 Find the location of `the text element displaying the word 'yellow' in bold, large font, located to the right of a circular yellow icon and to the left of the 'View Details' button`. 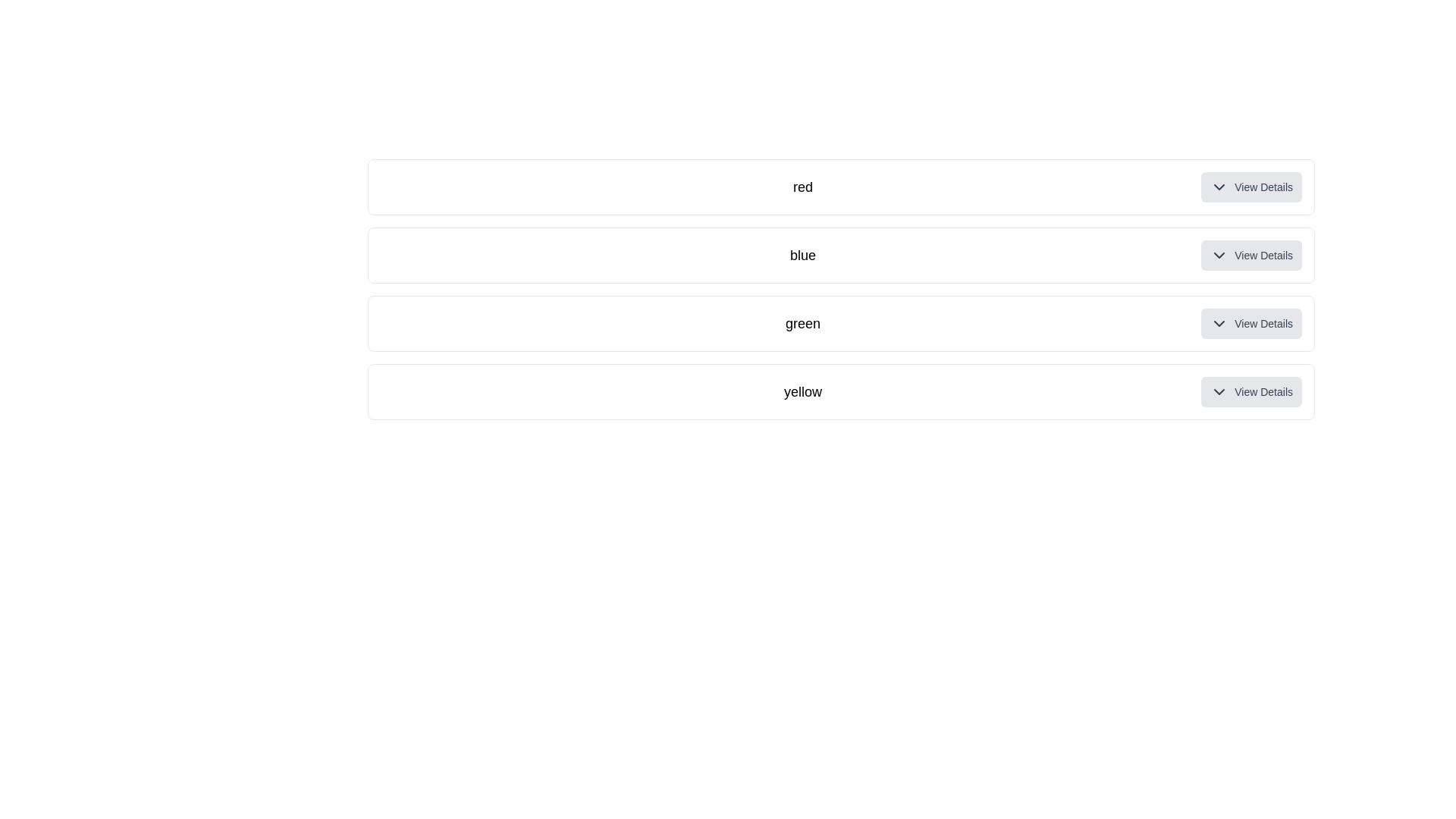

the text element displaying the word 'yellow' in bold, large font, located to the right of a circular yellow icon and to the left of the 'View Details' button is located at coordinates (802, 391).